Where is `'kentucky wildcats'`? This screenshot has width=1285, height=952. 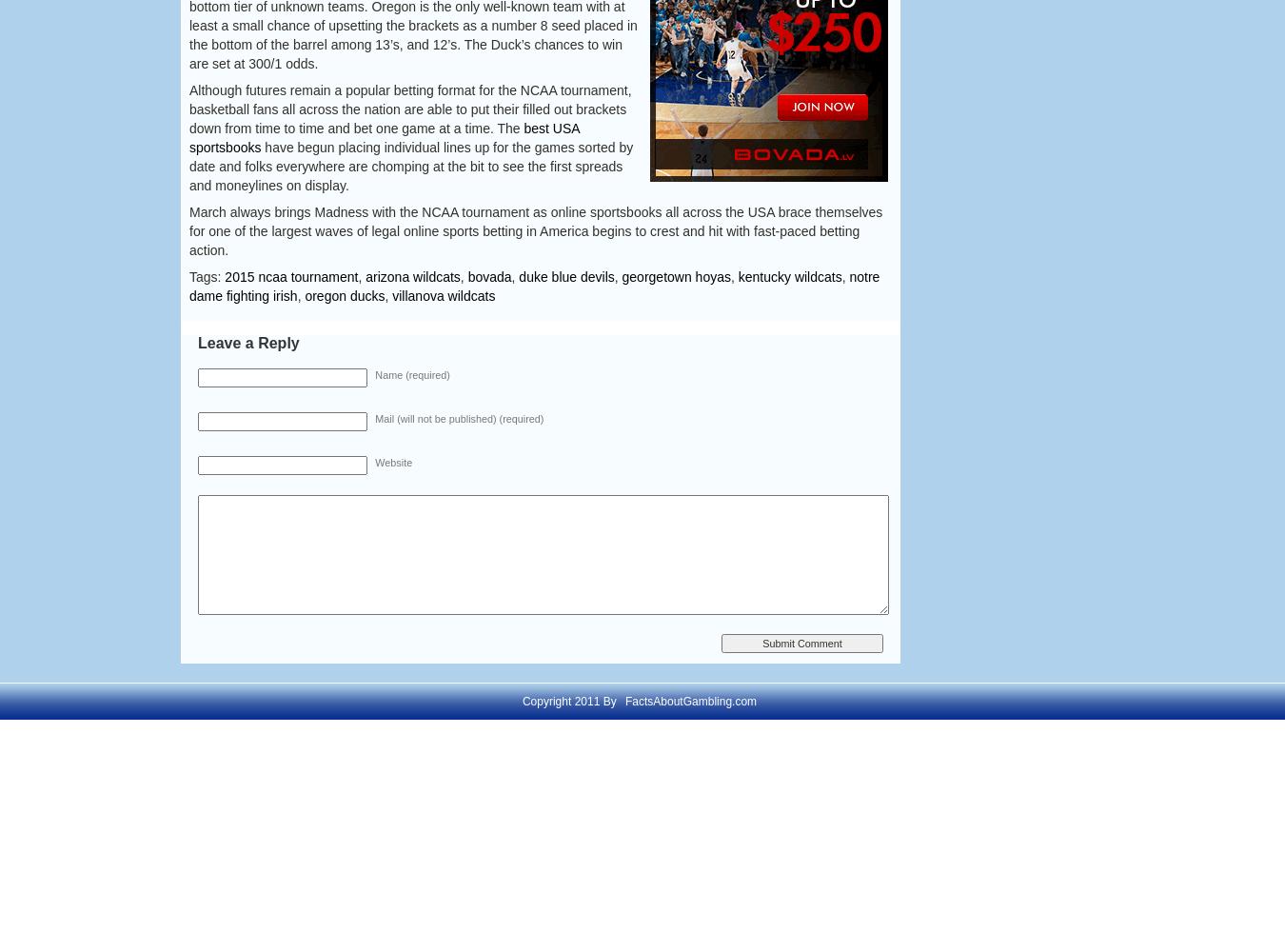
'kentucky wildcats' is located at coordinates (789, 277).